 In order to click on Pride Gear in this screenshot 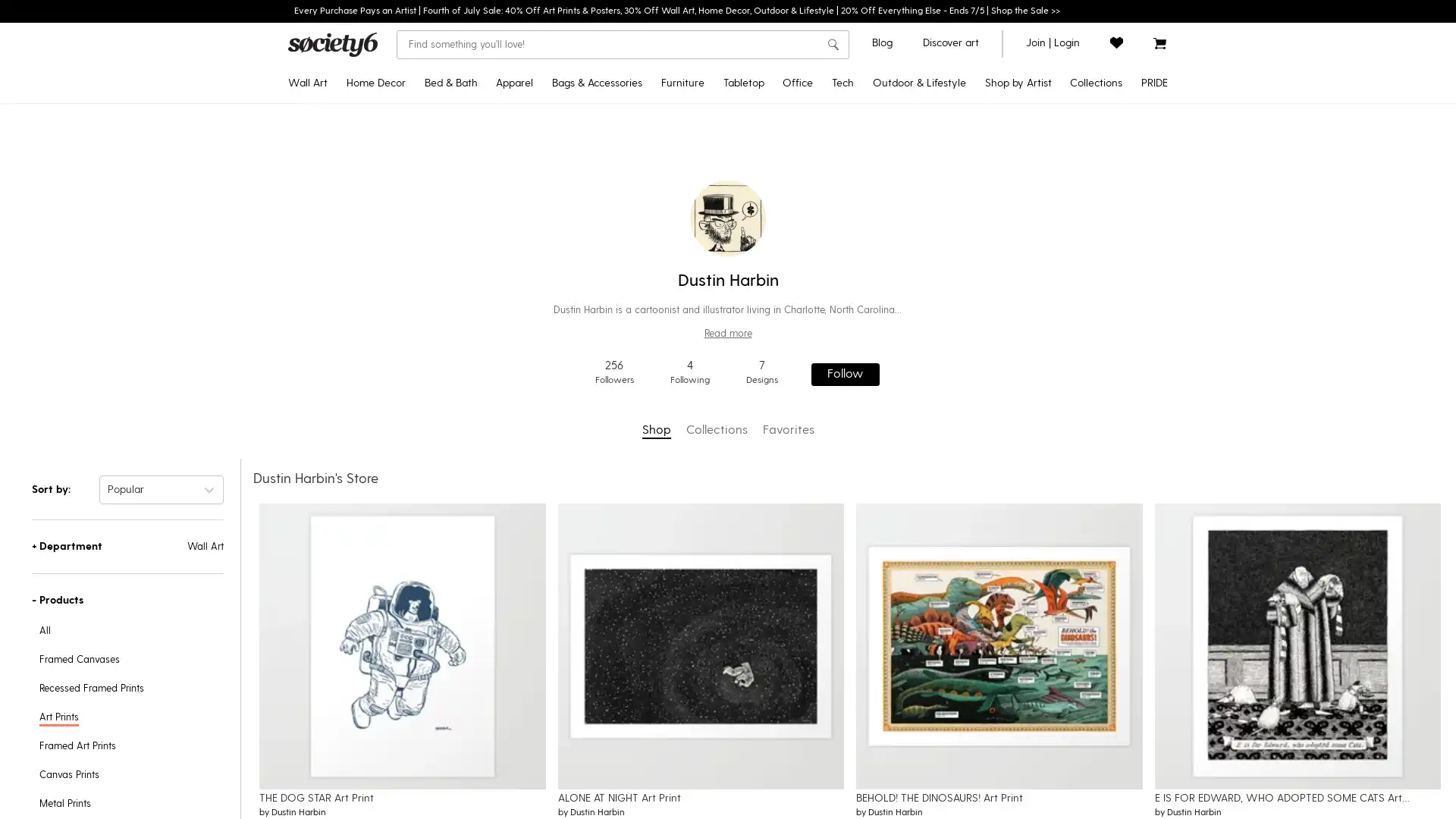, I will do `click(1094, 170)`.